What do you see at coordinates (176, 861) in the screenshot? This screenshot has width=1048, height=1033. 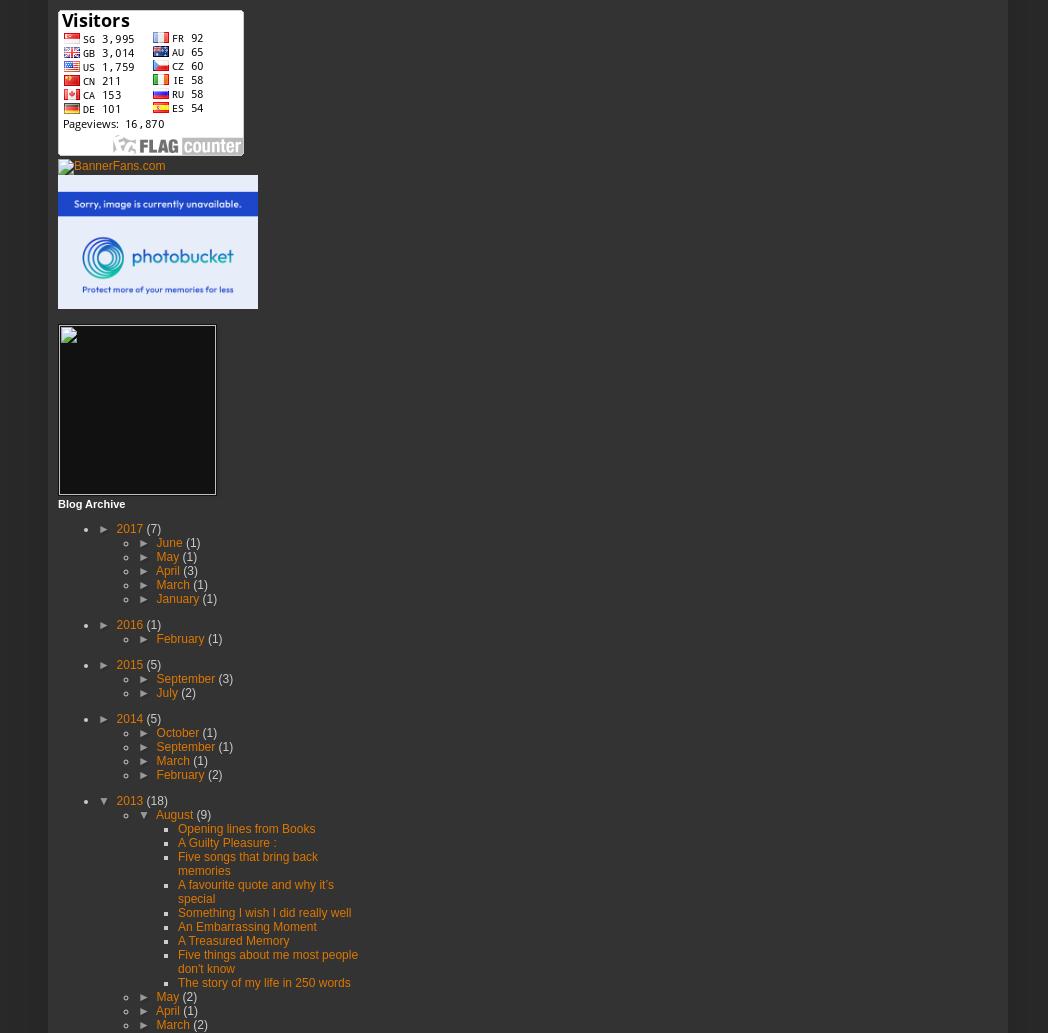 I see `'Five songs that bring back memories'` at bounding box center [176, 861].